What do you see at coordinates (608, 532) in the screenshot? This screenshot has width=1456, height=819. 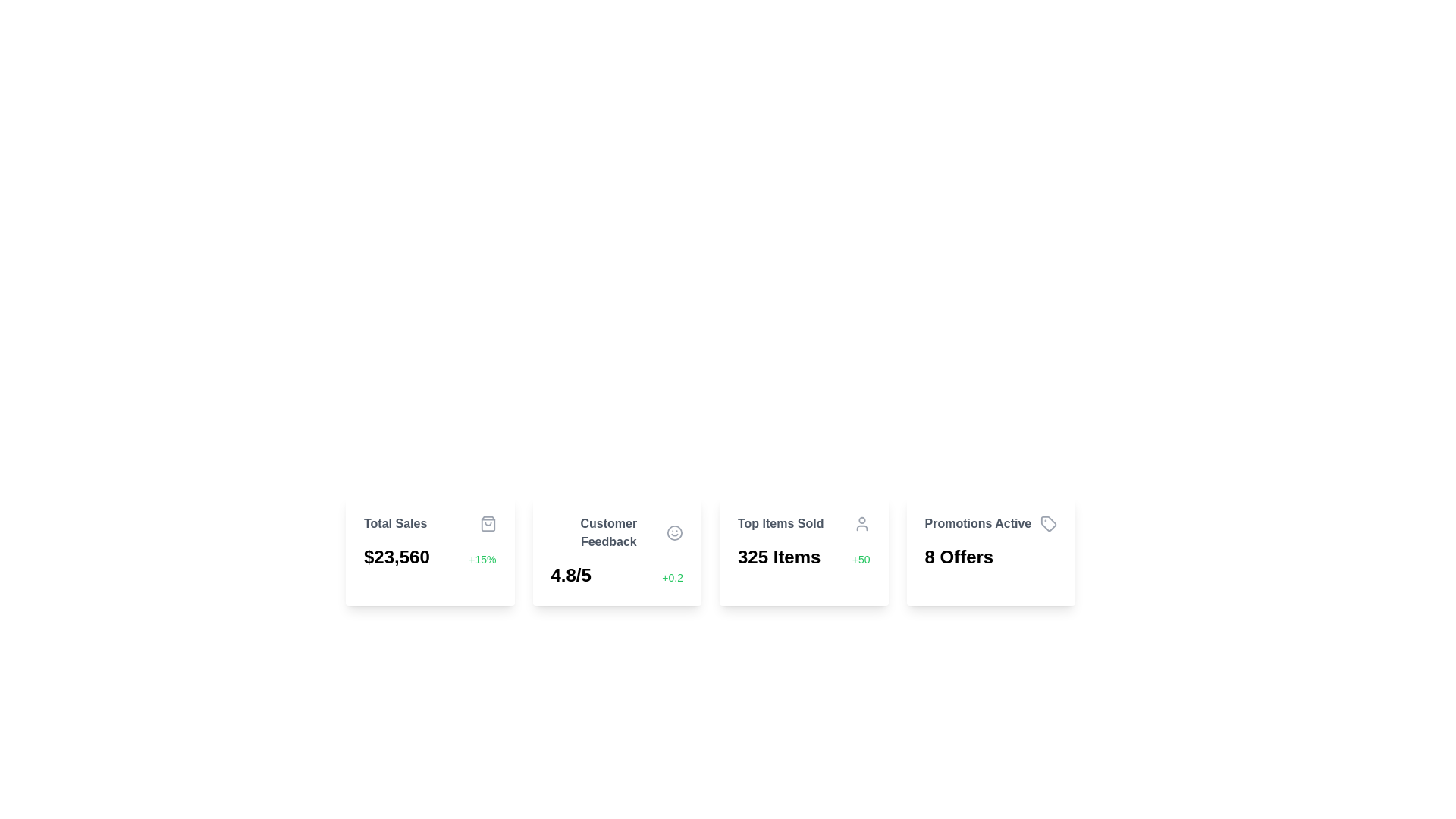 I see `the 'Customer Feedback' text label, which is displayed in dark gray bold font in the second card from the left, above the 4.8/5 rating` at bounding box center [608, 532].